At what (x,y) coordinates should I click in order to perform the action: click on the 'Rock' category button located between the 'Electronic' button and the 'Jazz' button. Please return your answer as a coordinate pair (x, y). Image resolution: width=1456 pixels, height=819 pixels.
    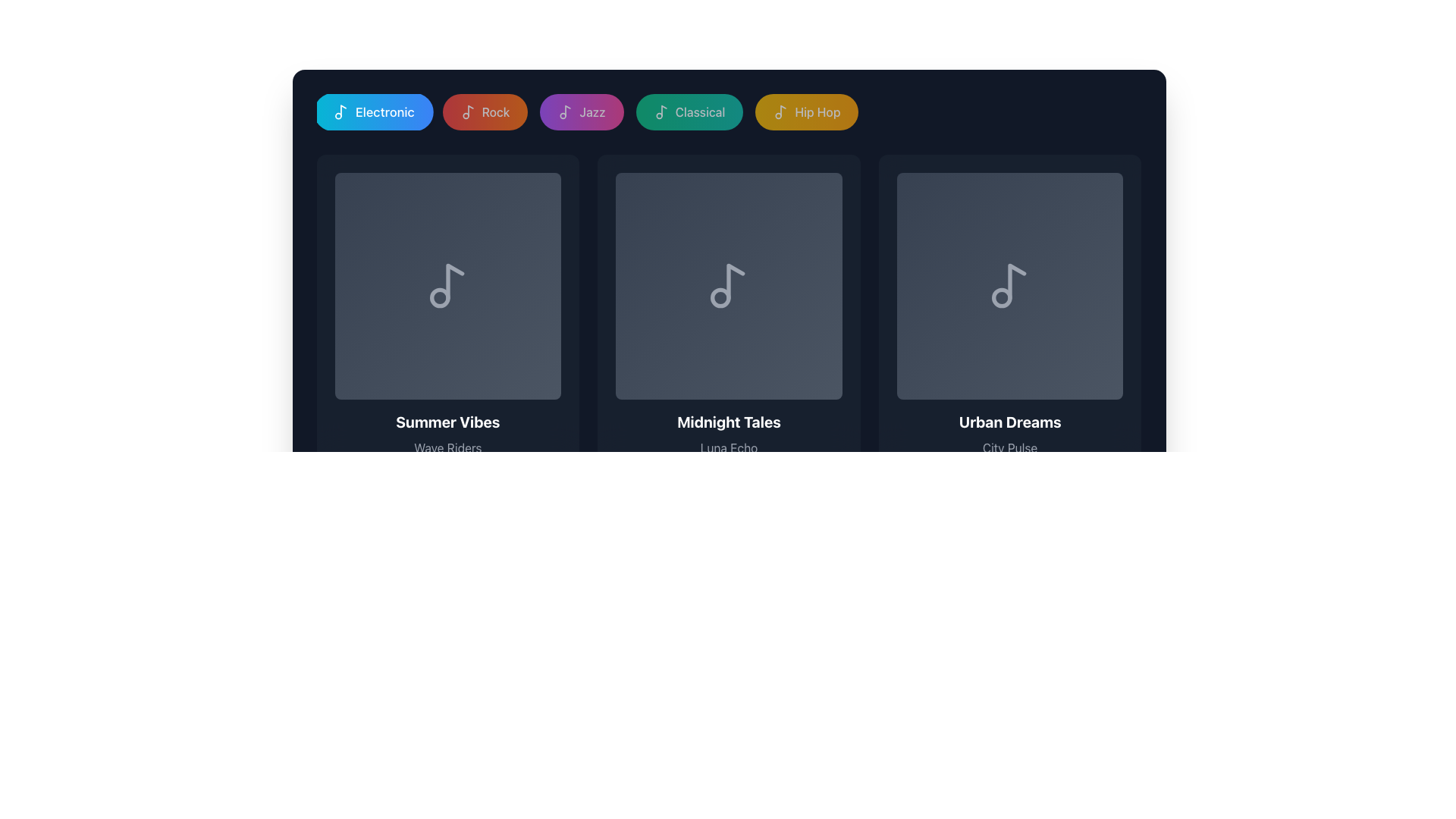
    Looking at the image, I should click on (484, 111).